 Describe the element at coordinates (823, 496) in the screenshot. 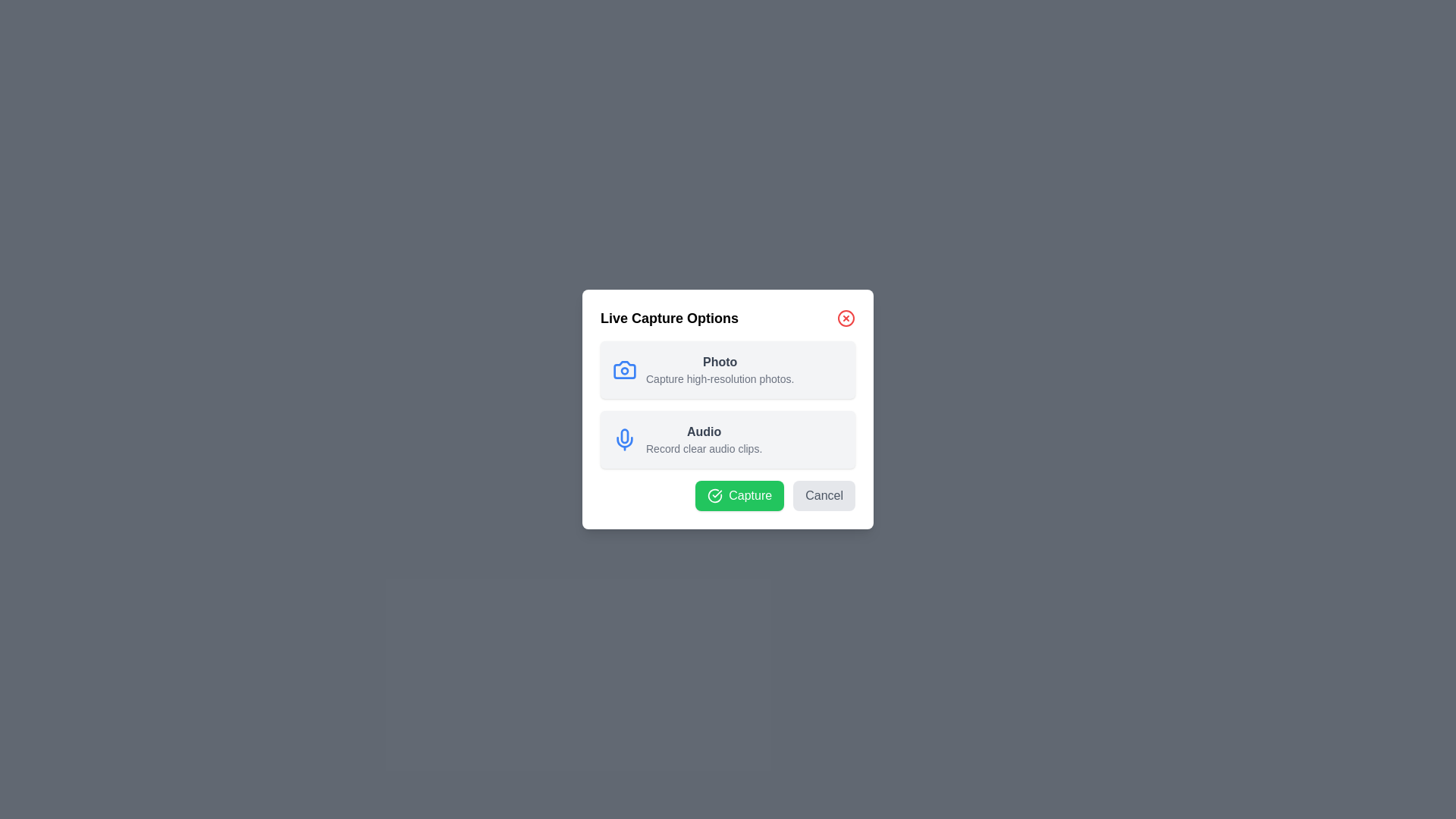

I see `the cancel button to toggle the dialog visibility` at that location.